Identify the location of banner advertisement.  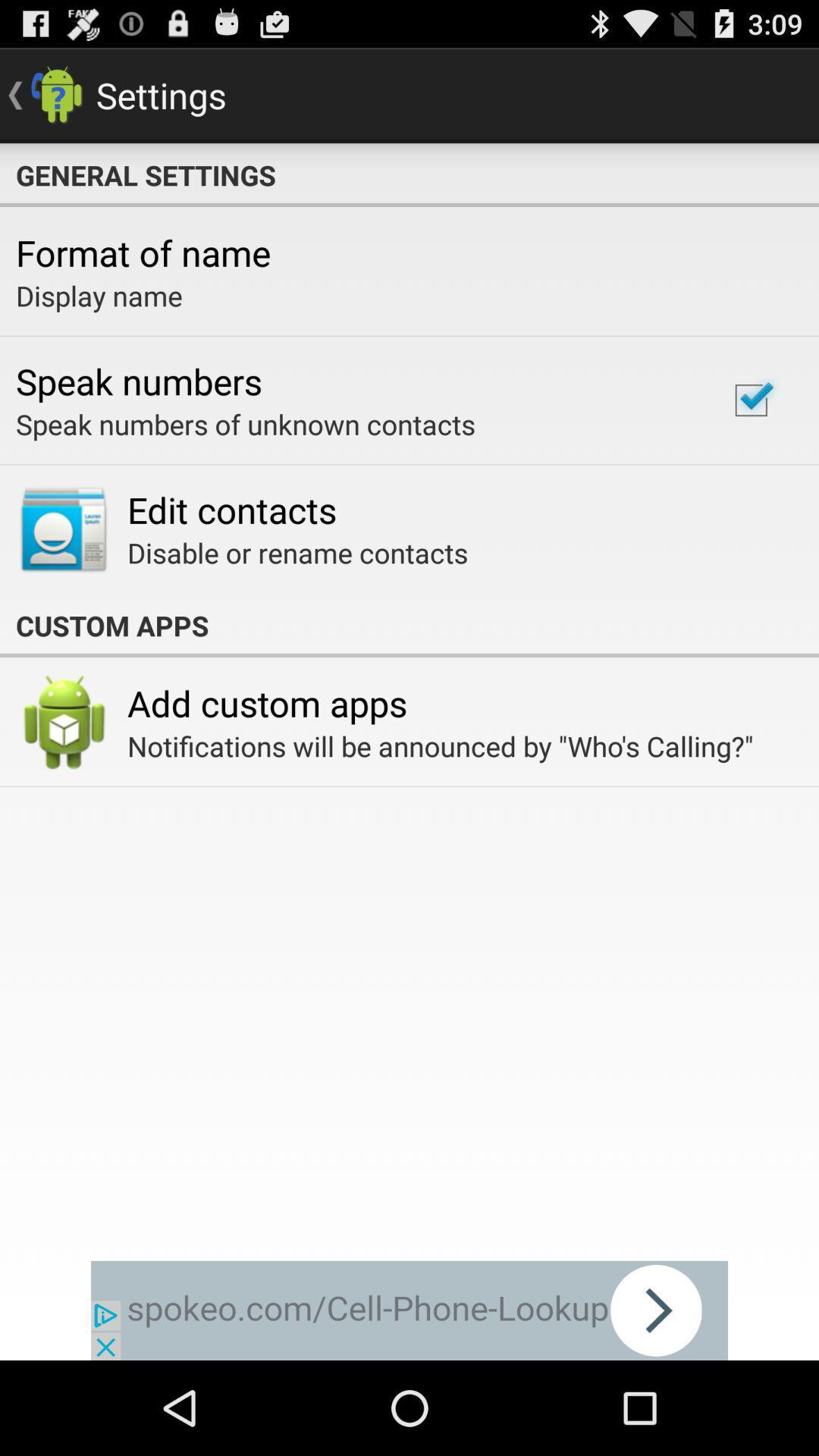
(409, 1310).